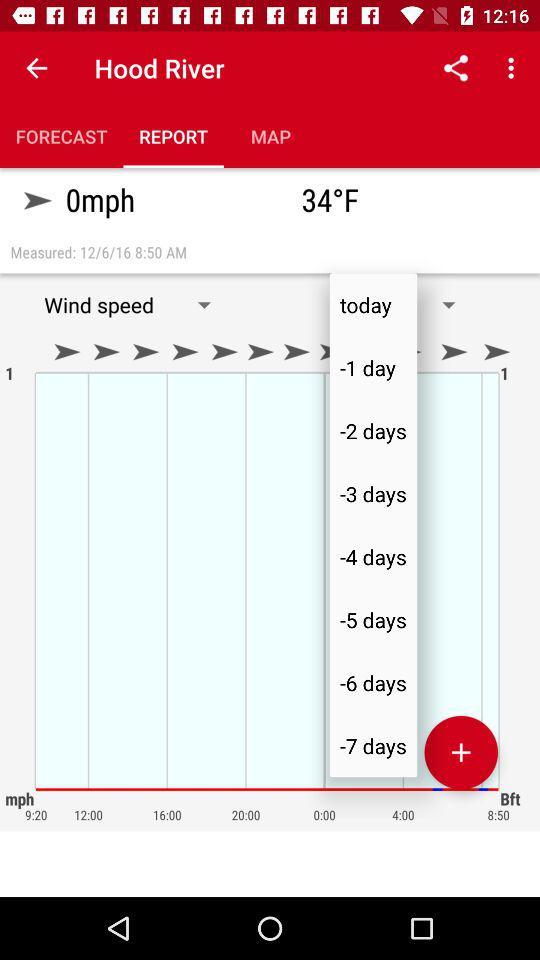  I want to click on increase, so click(461, 751).